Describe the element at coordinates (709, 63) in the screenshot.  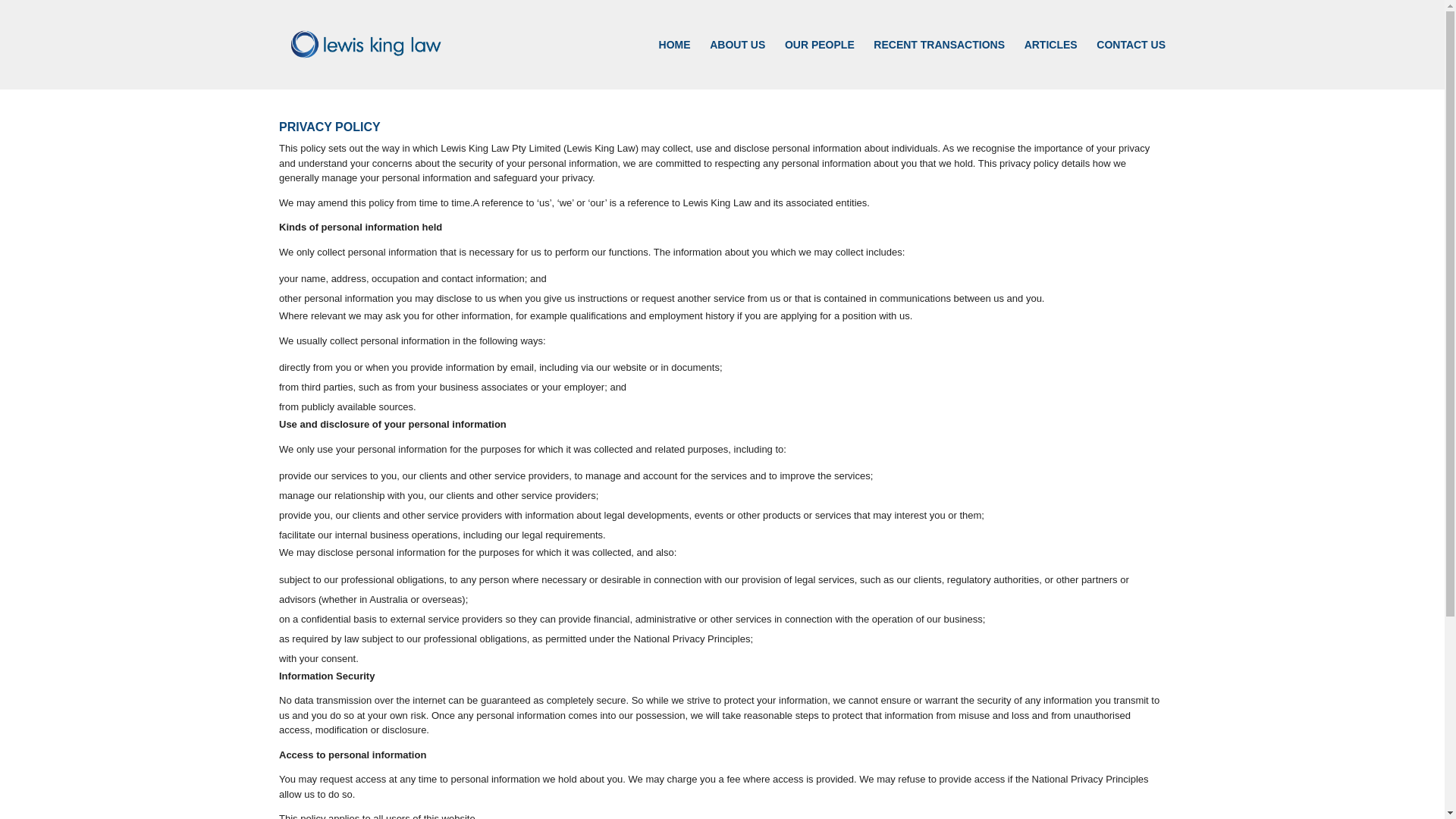
I see `'ABOUT US'` at that location.